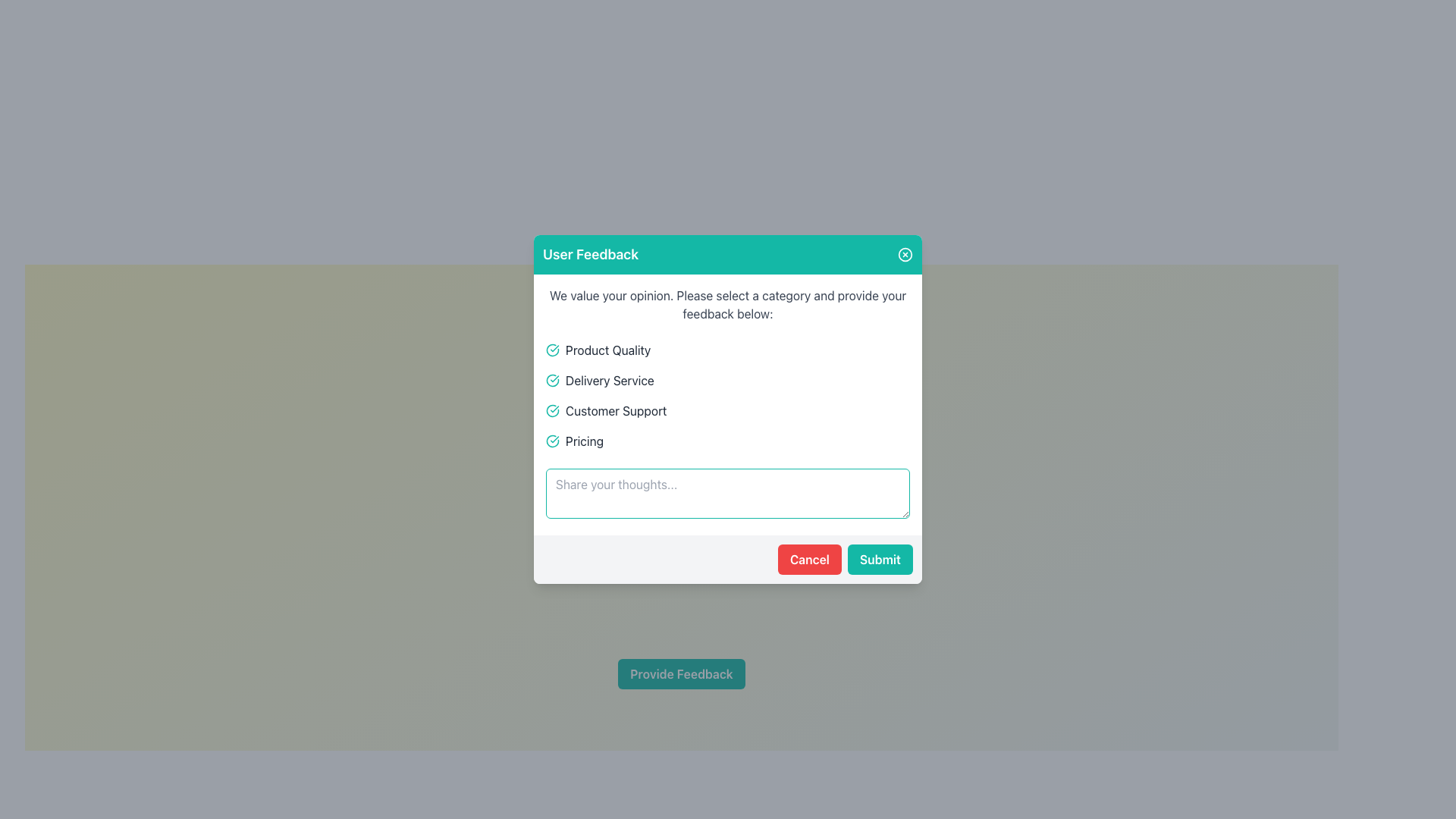 The image size is (1456, 819). I want to click on the 'Submit' button located in the footer section of the modal dialog, so click(880, 559).